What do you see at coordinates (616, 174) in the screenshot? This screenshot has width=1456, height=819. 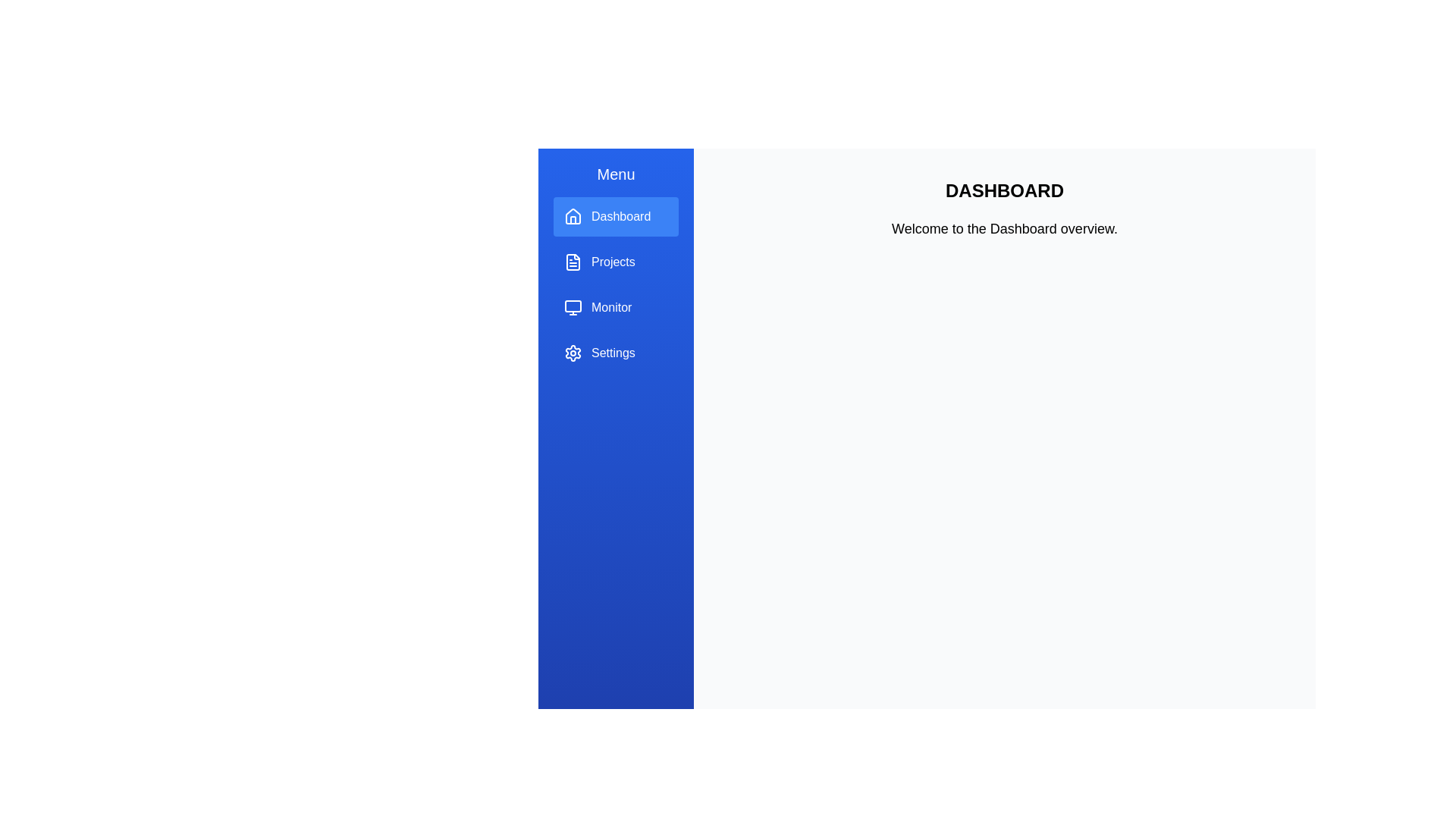 I see `the static text label at the top of the sidebar menu, which provides contextual information about the section's content` at bounding box center [616, 174].